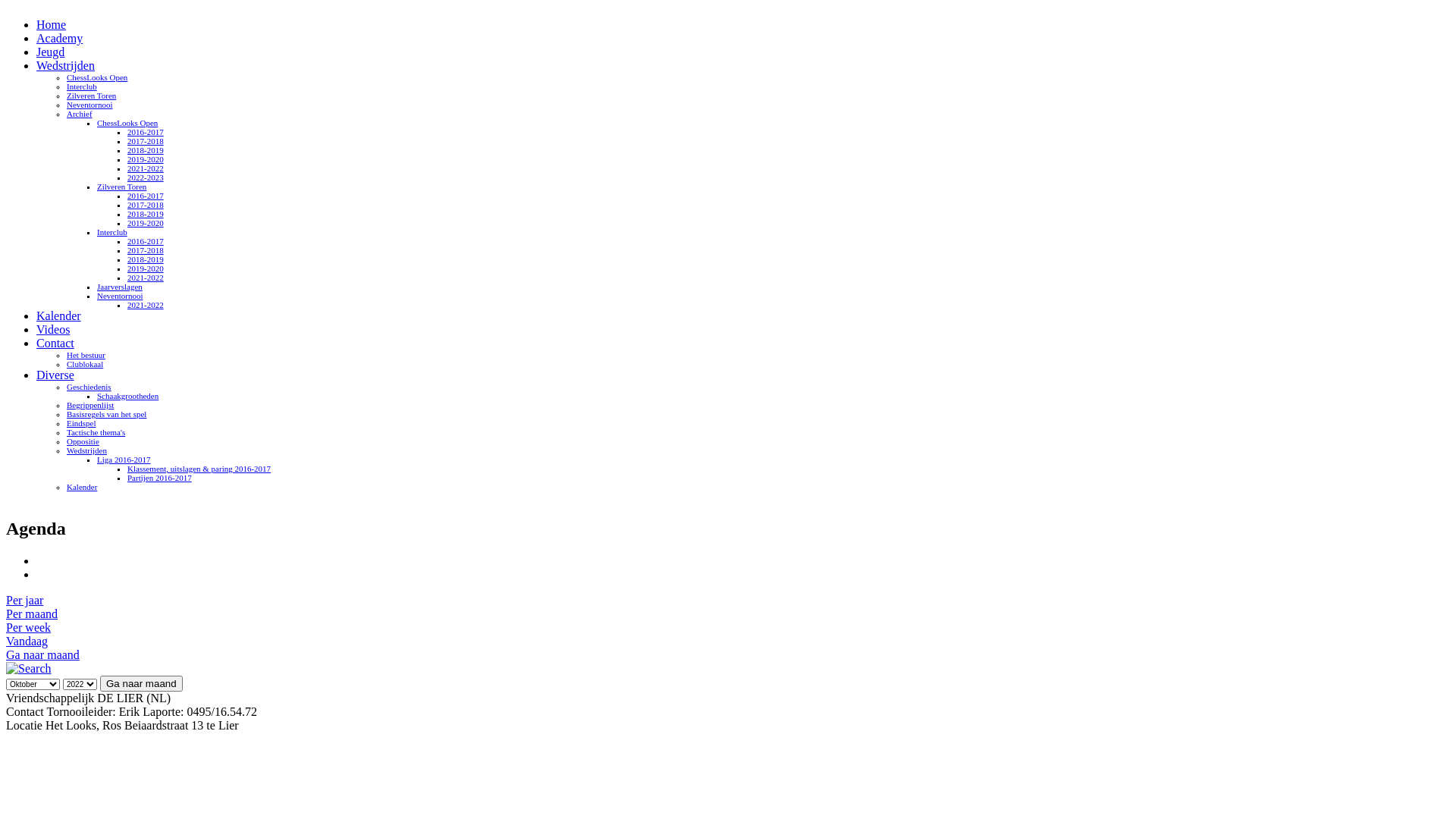 This screenshot has height=819, width=1456. I want to click on 'Basisregels van het spel', so click(105, 414).